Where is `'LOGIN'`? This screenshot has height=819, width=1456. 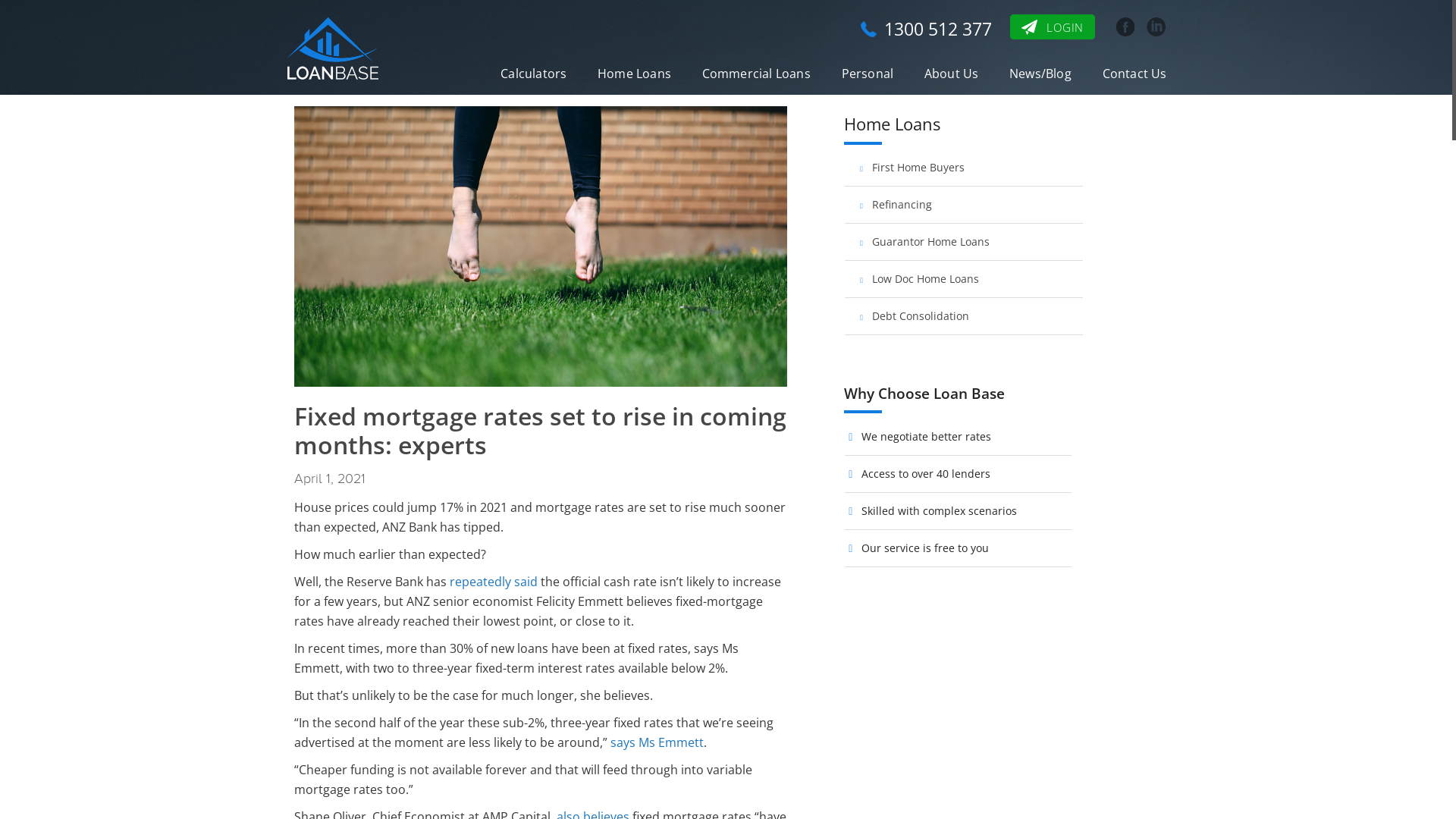
'LOGIN' is located at coordinates (1051, 27).